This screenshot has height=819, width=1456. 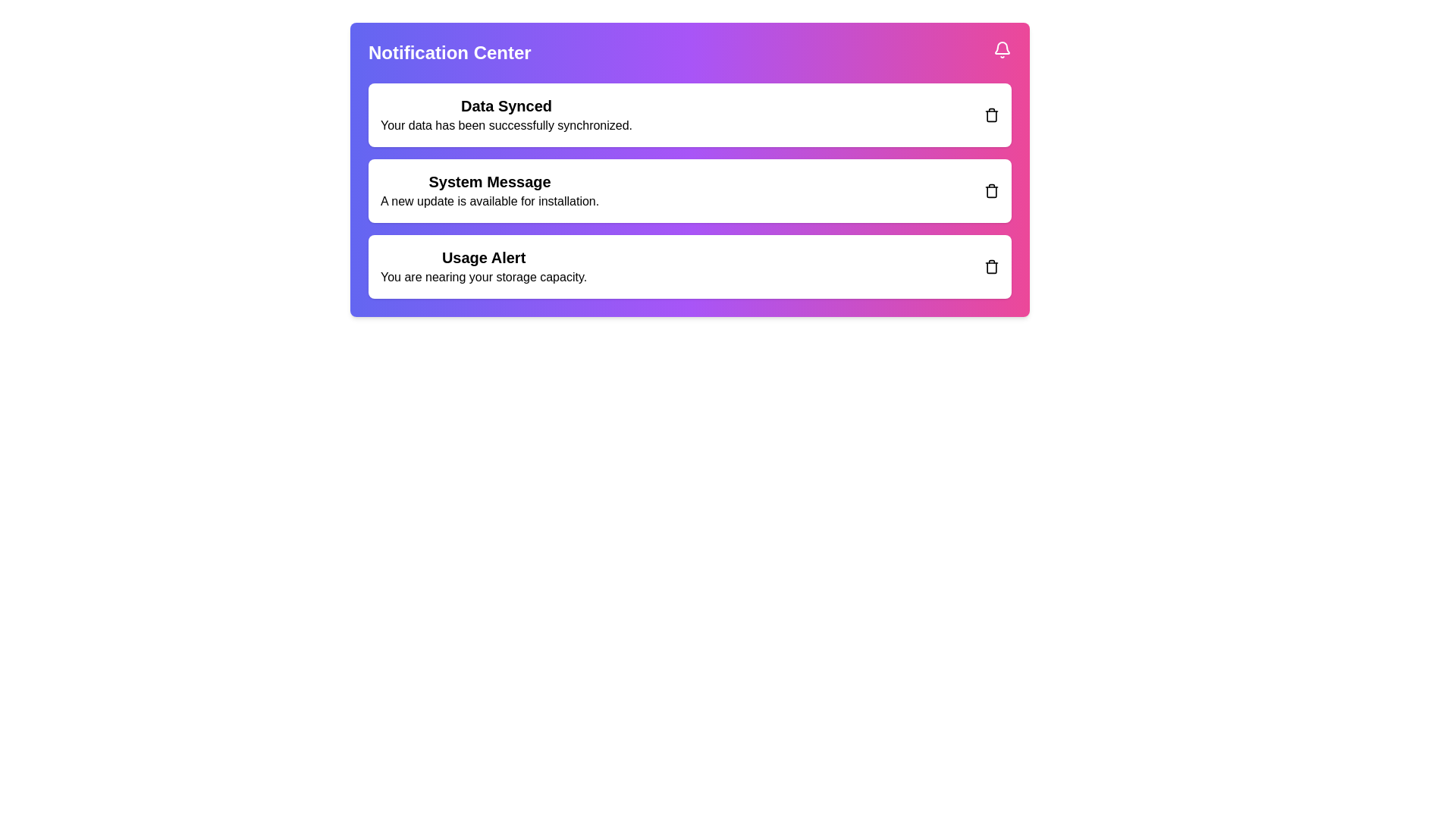 What do you see at coordinates (490, 180) in the screenshot?
I see `text content of the title or header in the second notification card located within the 'Notification Center', positioned above the phrase 'A new update is available for installation.'` at bounding box center [490, 180].